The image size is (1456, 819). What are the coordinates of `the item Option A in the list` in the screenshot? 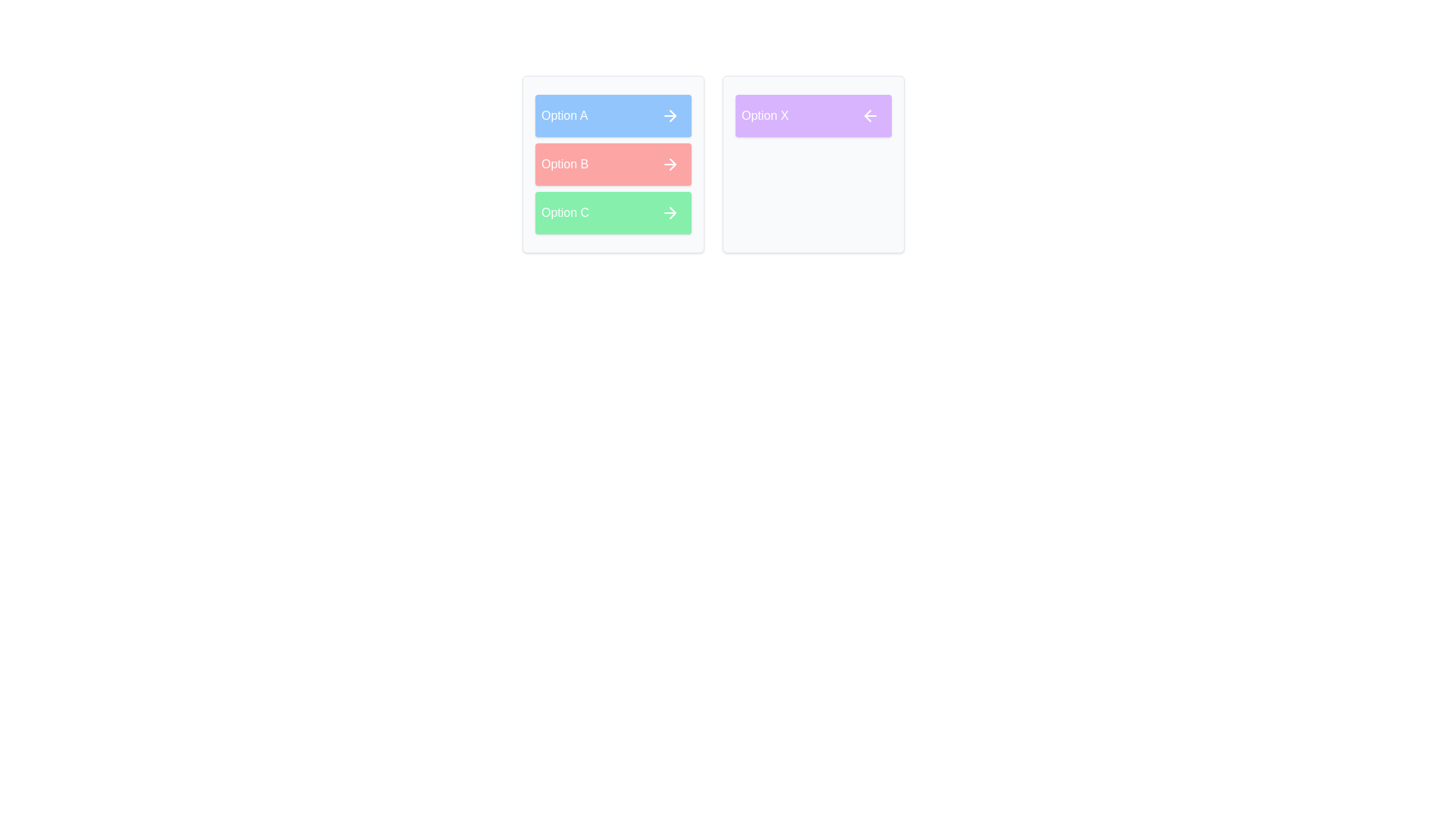 It's located at (613, 115).